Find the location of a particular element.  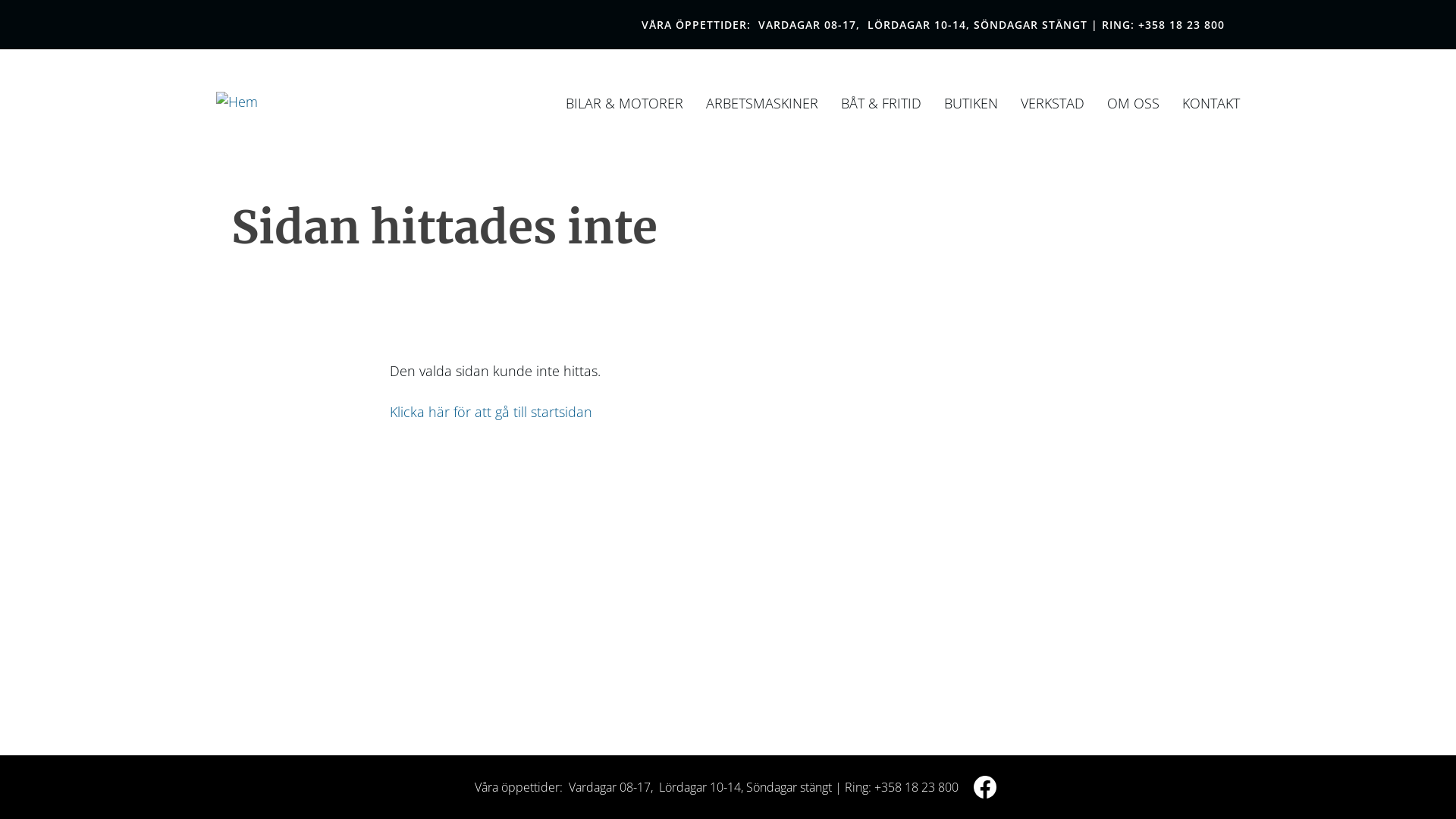

'+358 18 23 800' is located at coordinates (915, 786).